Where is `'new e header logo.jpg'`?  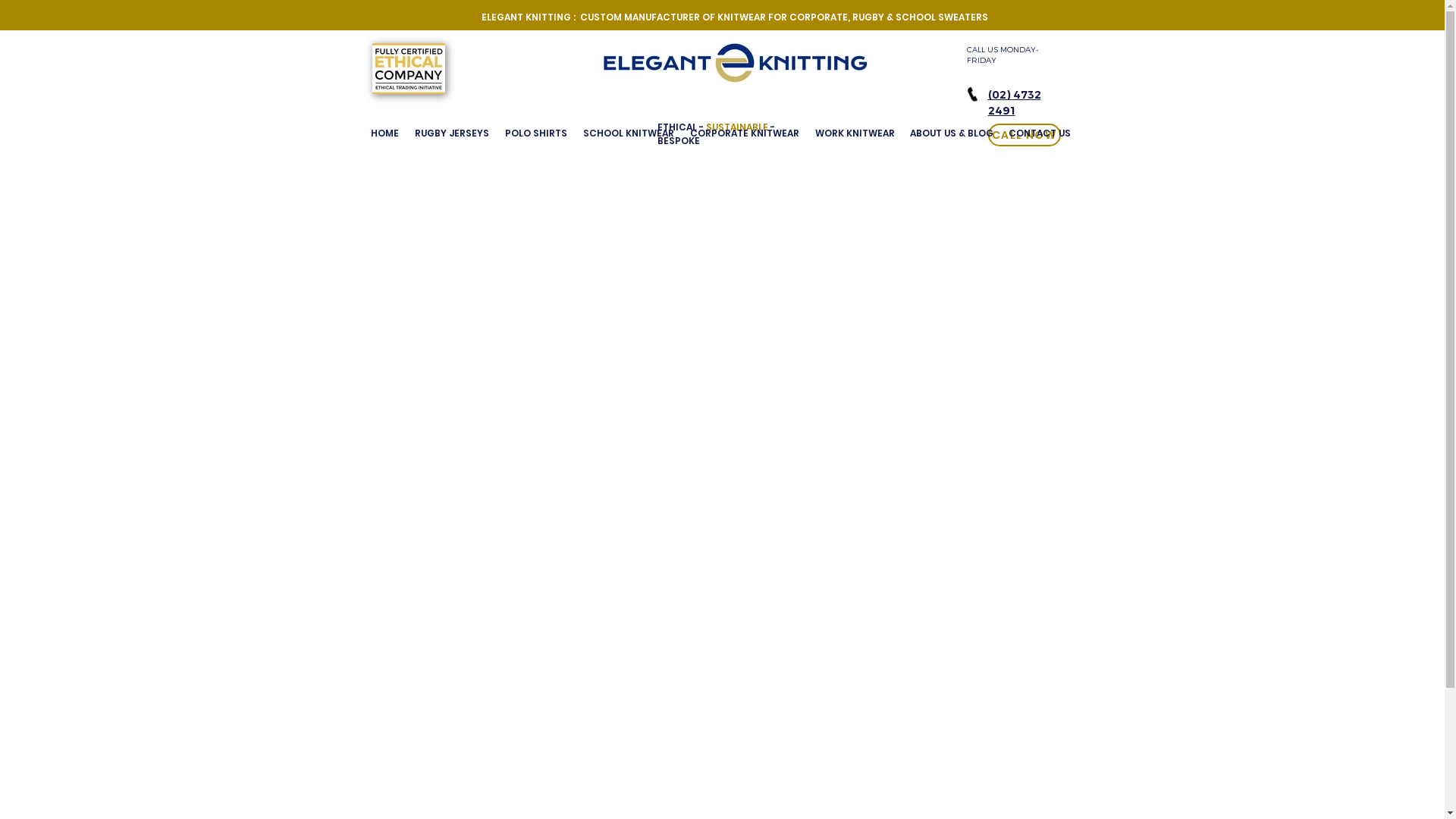
'new e header logo.jpg' is located at coordinates (601, 62).